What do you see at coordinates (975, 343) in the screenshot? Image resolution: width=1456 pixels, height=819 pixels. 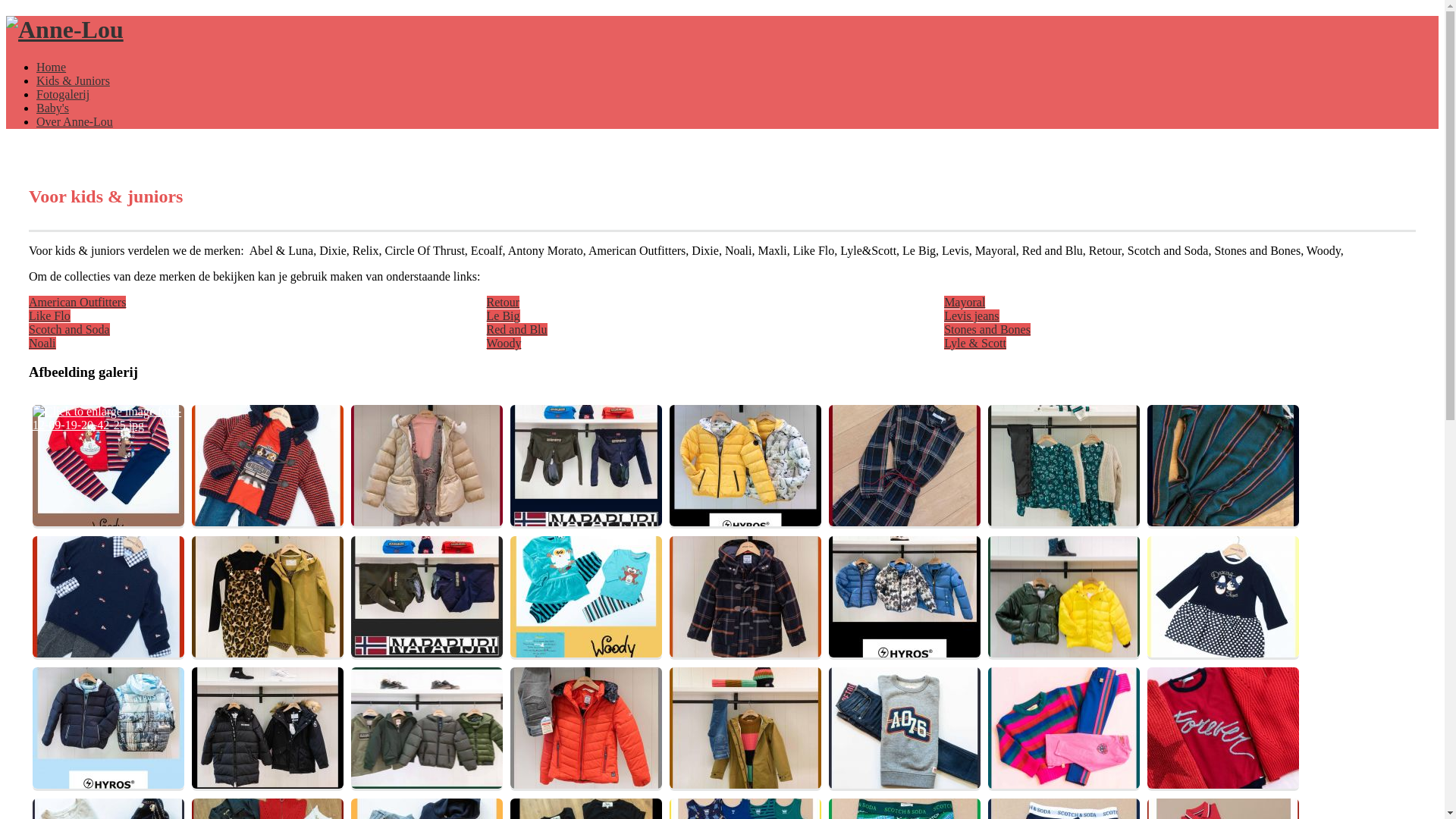 I see `'Lyle & Scott'` at bounding box center [975, 343].